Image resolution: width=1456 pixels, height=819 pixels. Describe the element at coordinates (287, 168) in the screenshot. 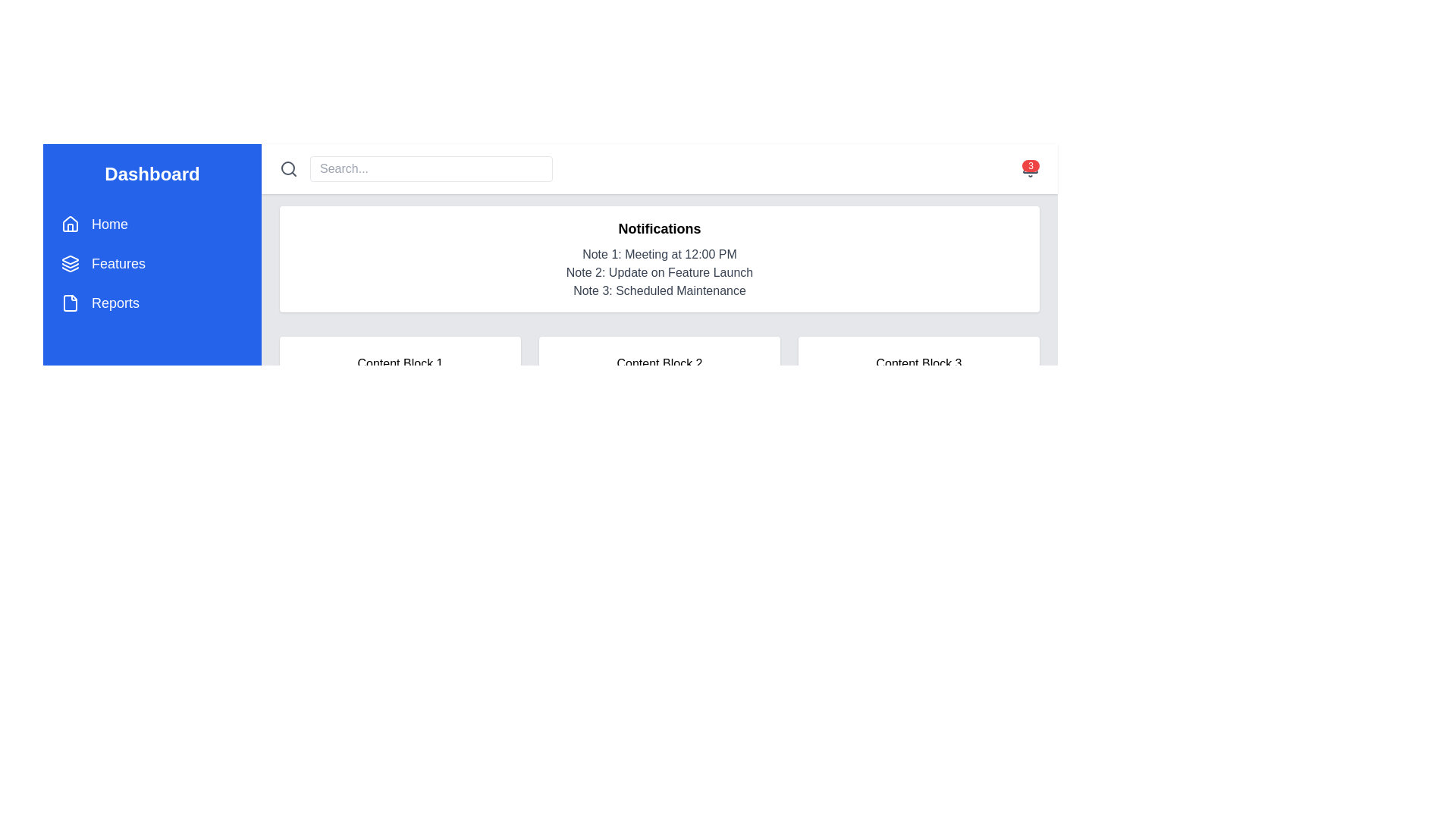

I see `the magnifying glass icon by clicking on its center, which contains the circle icon element` at that location.